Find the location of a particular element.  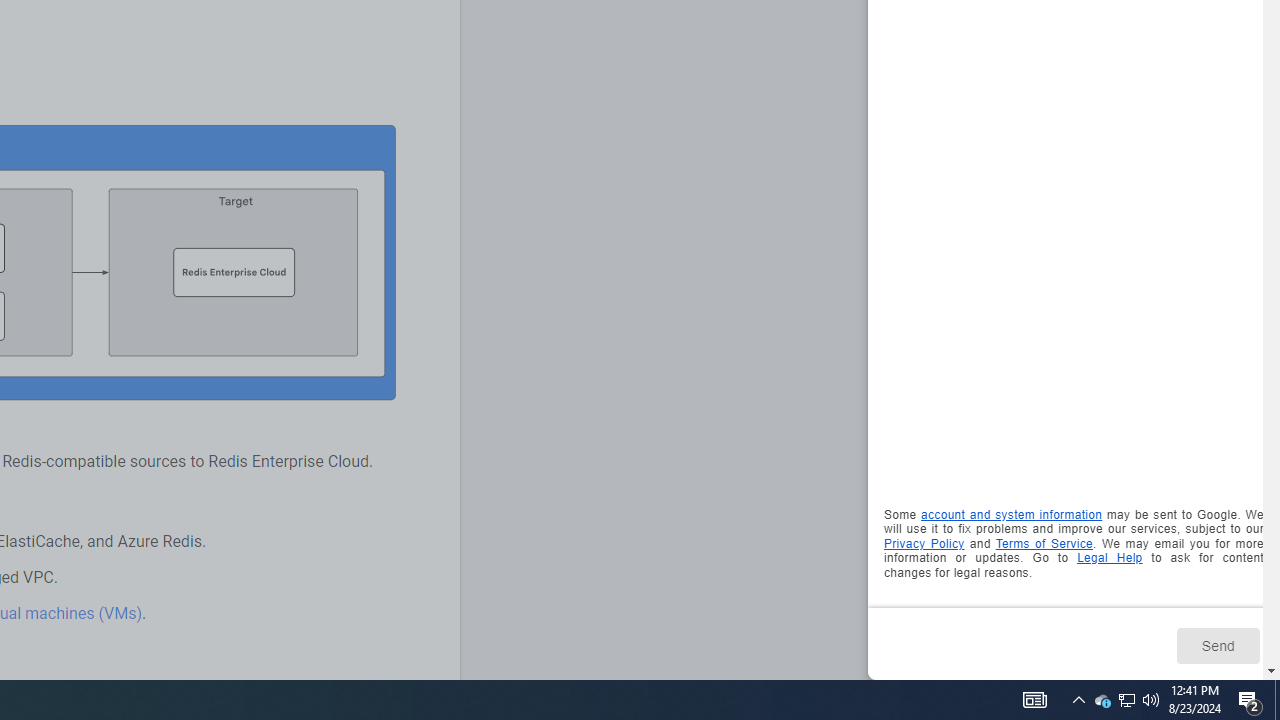

'Opens in a new tab. Legal Help' is located at coordinates (1108, 558).